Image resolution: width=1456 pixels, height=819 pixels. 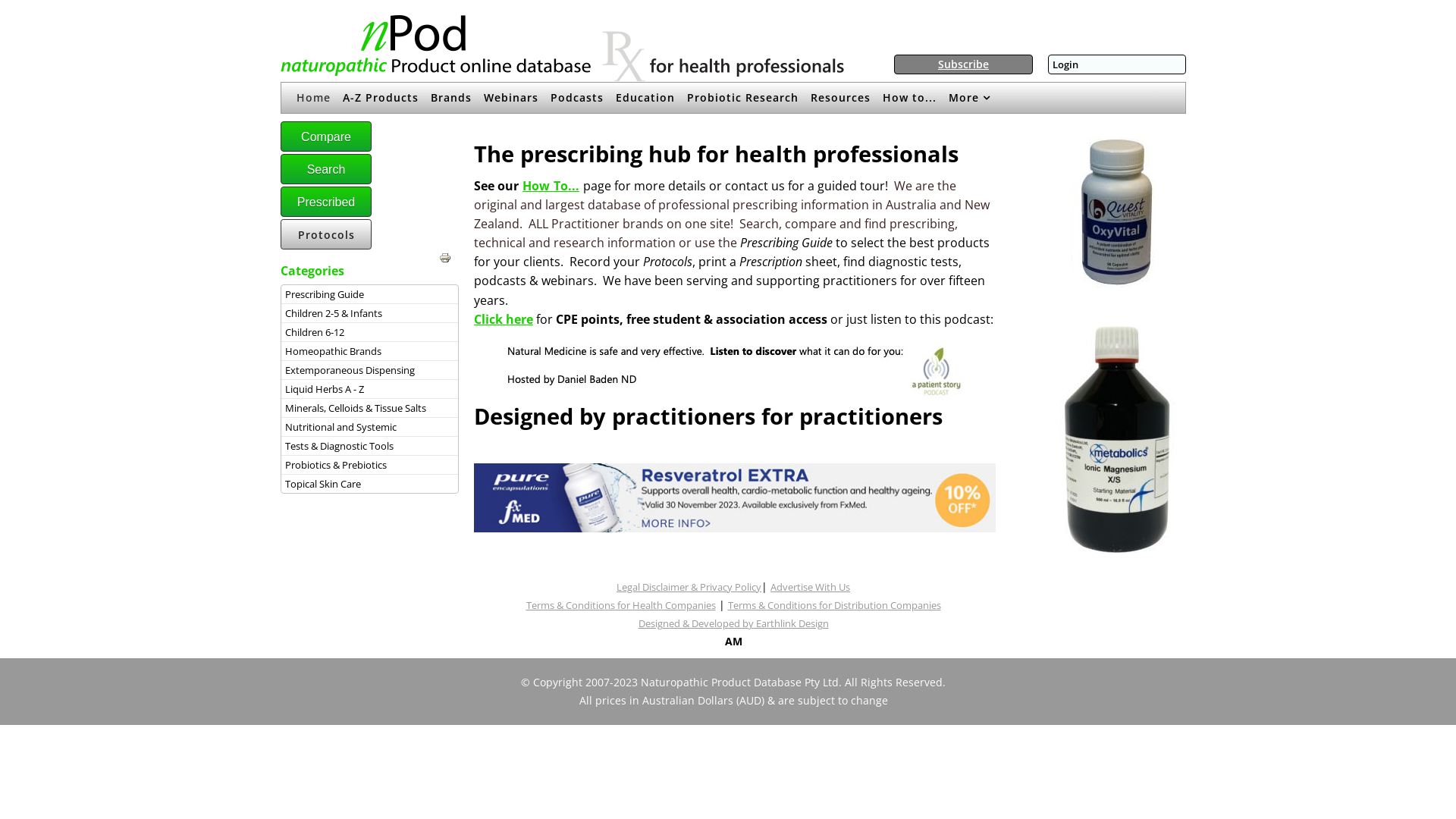 What do you see at coordinates (937, 63) in the screenshot?
I see `'Subscribe'` at bounding box center [937, 63].